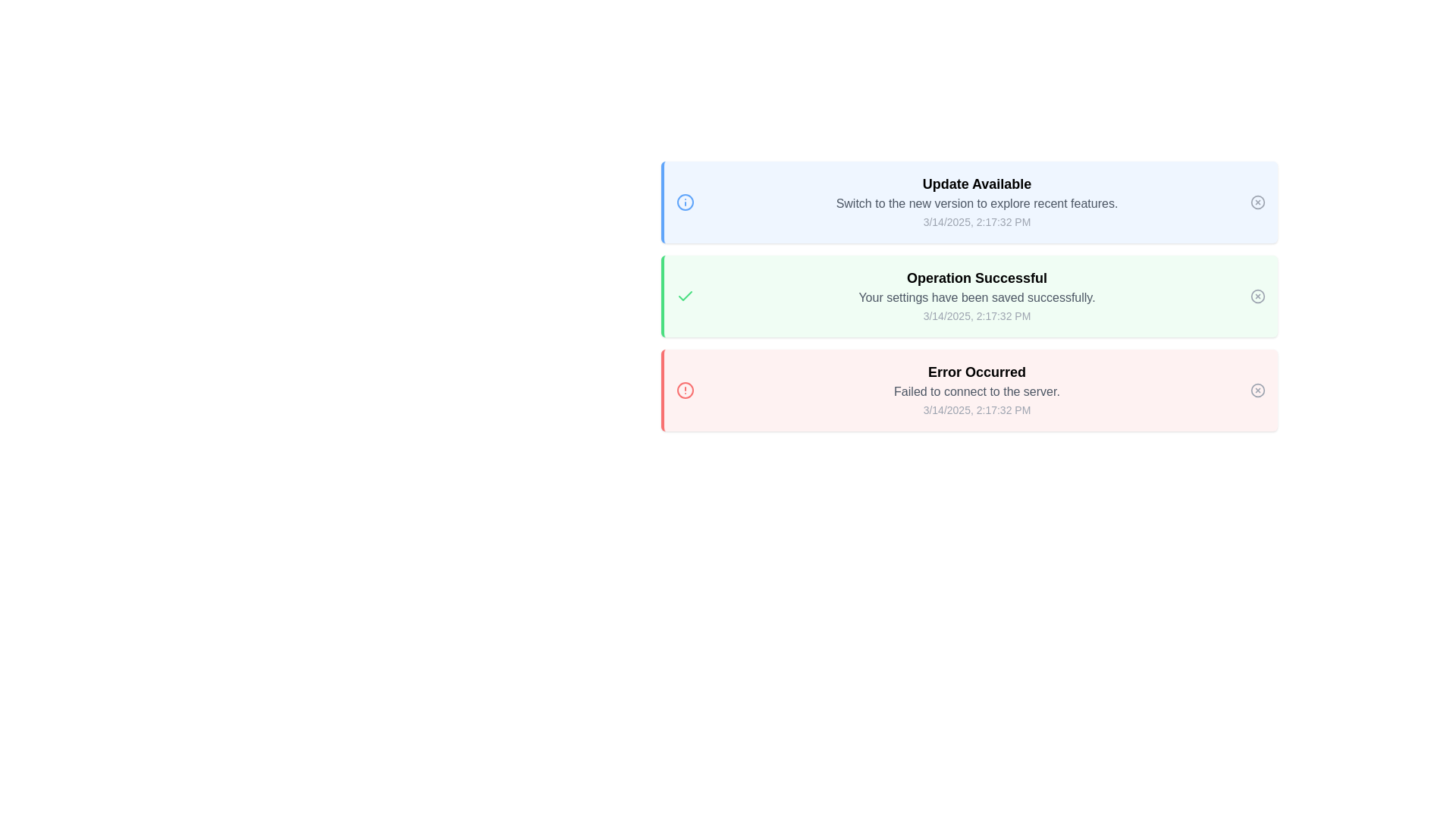 The height and width of the screenshot is (819, 1456). What do you see at coordinates (968, 201) in the screenshot?
I see `the topmost notification box displaying 'Update Available' with a blue background and left border` at bounding box center [968, 201].